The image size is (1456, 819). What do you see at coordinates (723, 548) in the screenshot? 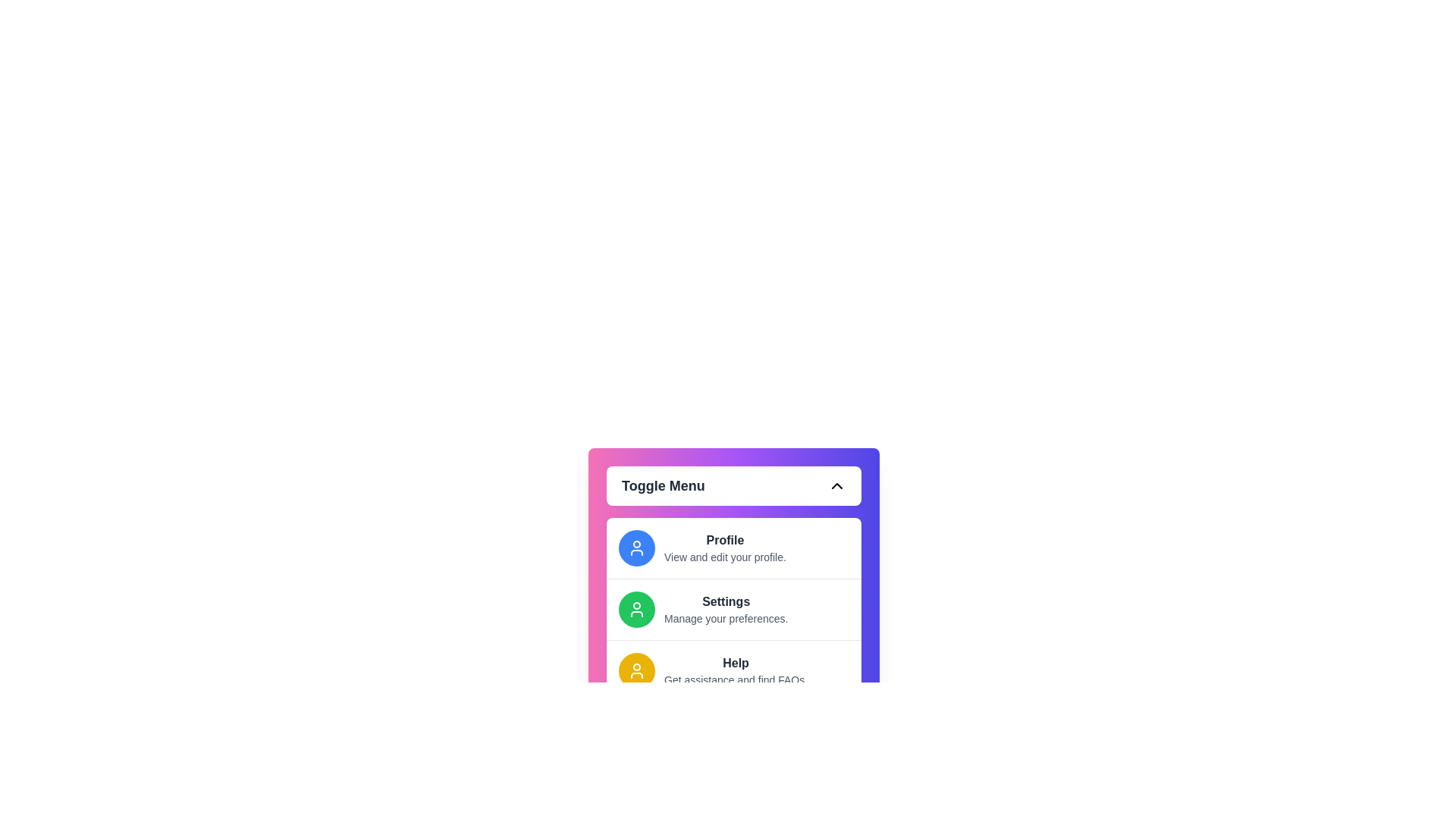
I see `the 'Profile' item in the menu` at bounding box center [723, 548].